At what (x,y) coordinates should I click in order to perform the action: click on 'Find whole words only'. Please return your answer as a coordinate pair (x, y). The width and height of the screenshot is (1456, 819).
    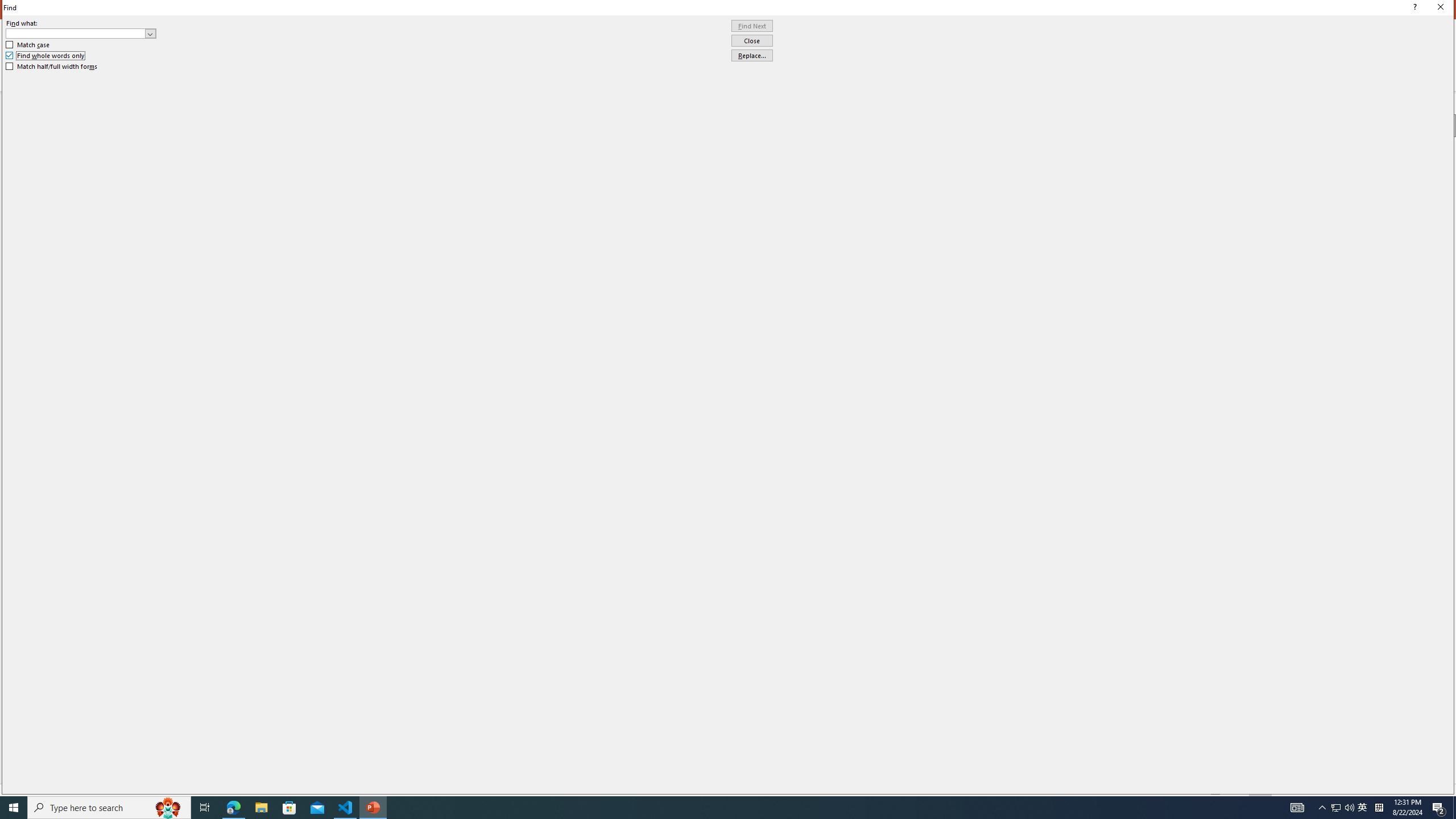
    Looking at the image, I should click on (45, 55).